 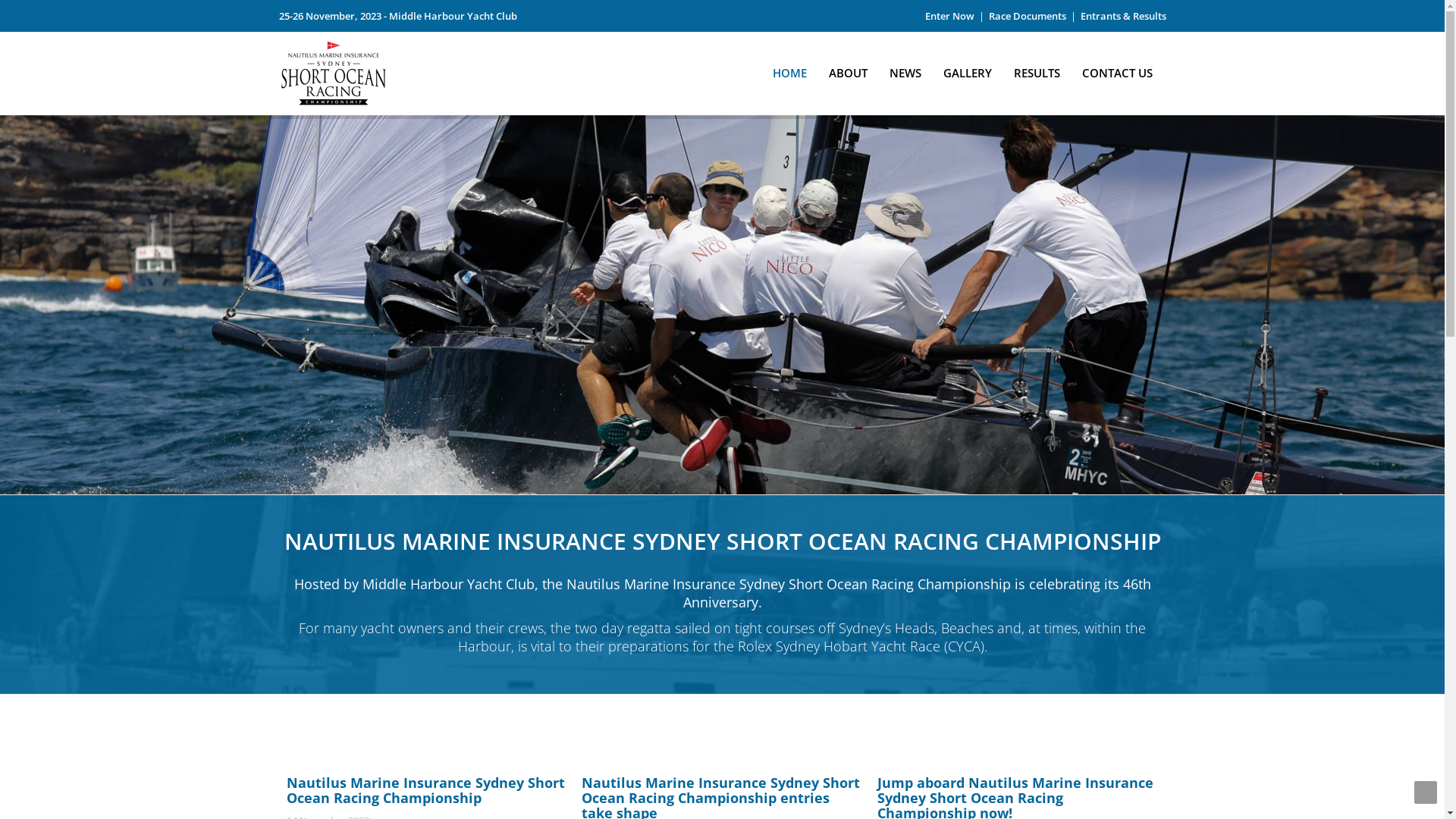 What do you see at coordinates (764, 68) in the screenshot?
I see `'HOME'` at bounding box center [764, 68].